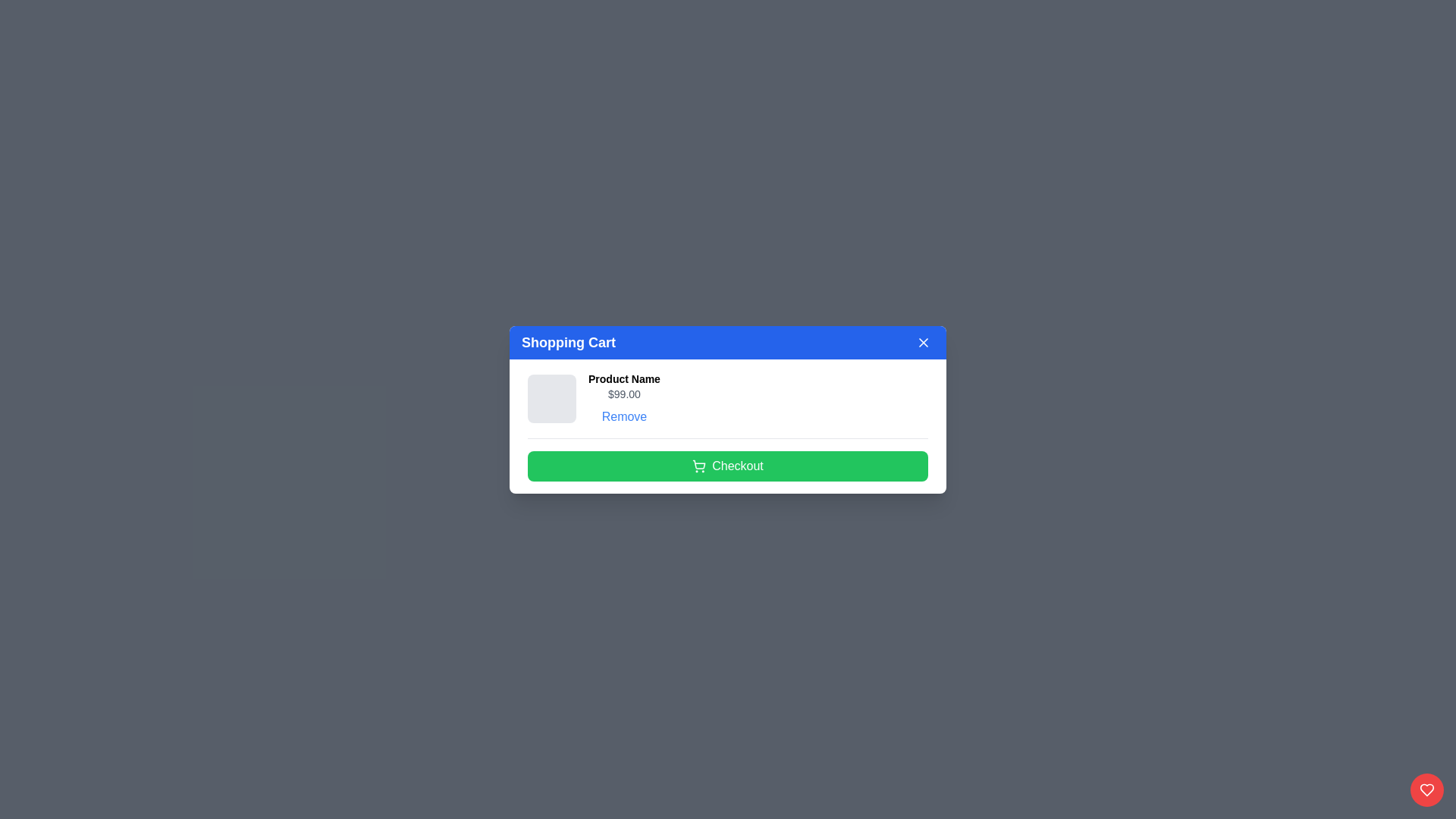  I want to click on the green 'Checkout' button with white text and a shopping cart icon, so click(728, 465).